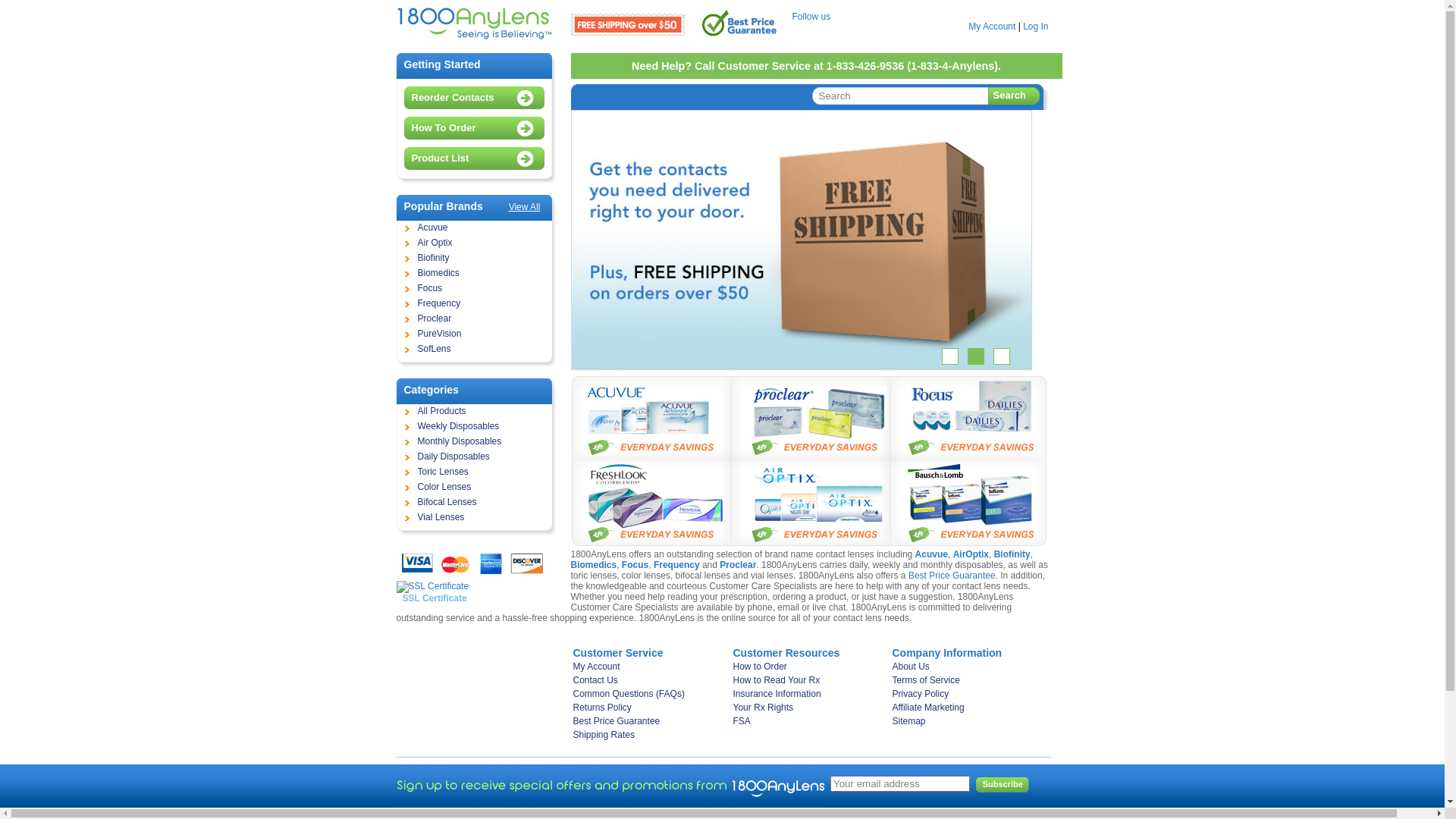 This screenshot has height=819, width=1456. What do you see at coordinates (397, 503) in the screenshot?
I see `'Bifocal Lenses'` at bounding box center [397, 503].